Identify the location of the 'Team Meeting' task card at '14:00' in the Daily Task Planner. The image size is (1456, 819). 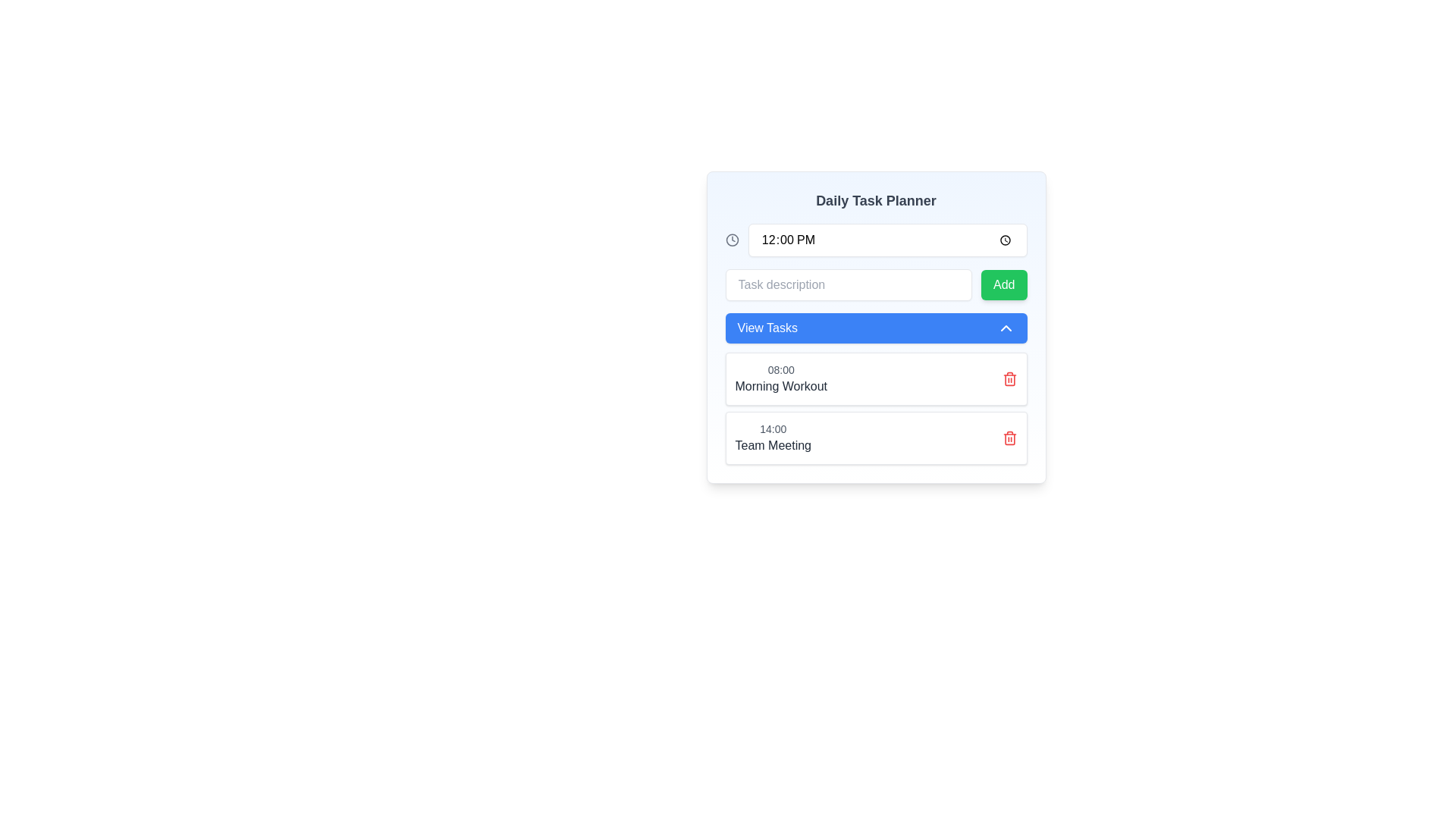
(876, 438).